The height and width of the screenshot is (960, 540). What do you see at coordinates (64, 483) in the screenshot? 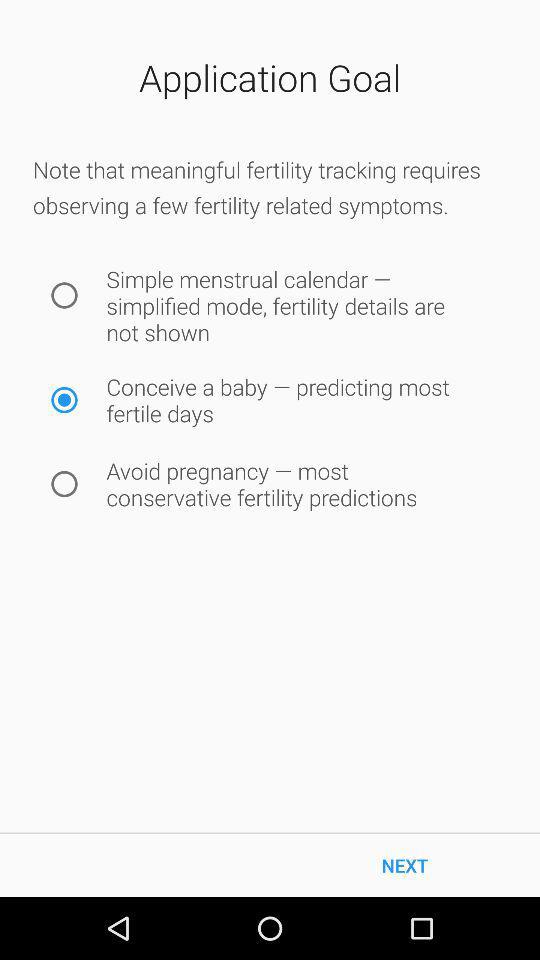
I see `the third option` at bounding box center [64, 483].